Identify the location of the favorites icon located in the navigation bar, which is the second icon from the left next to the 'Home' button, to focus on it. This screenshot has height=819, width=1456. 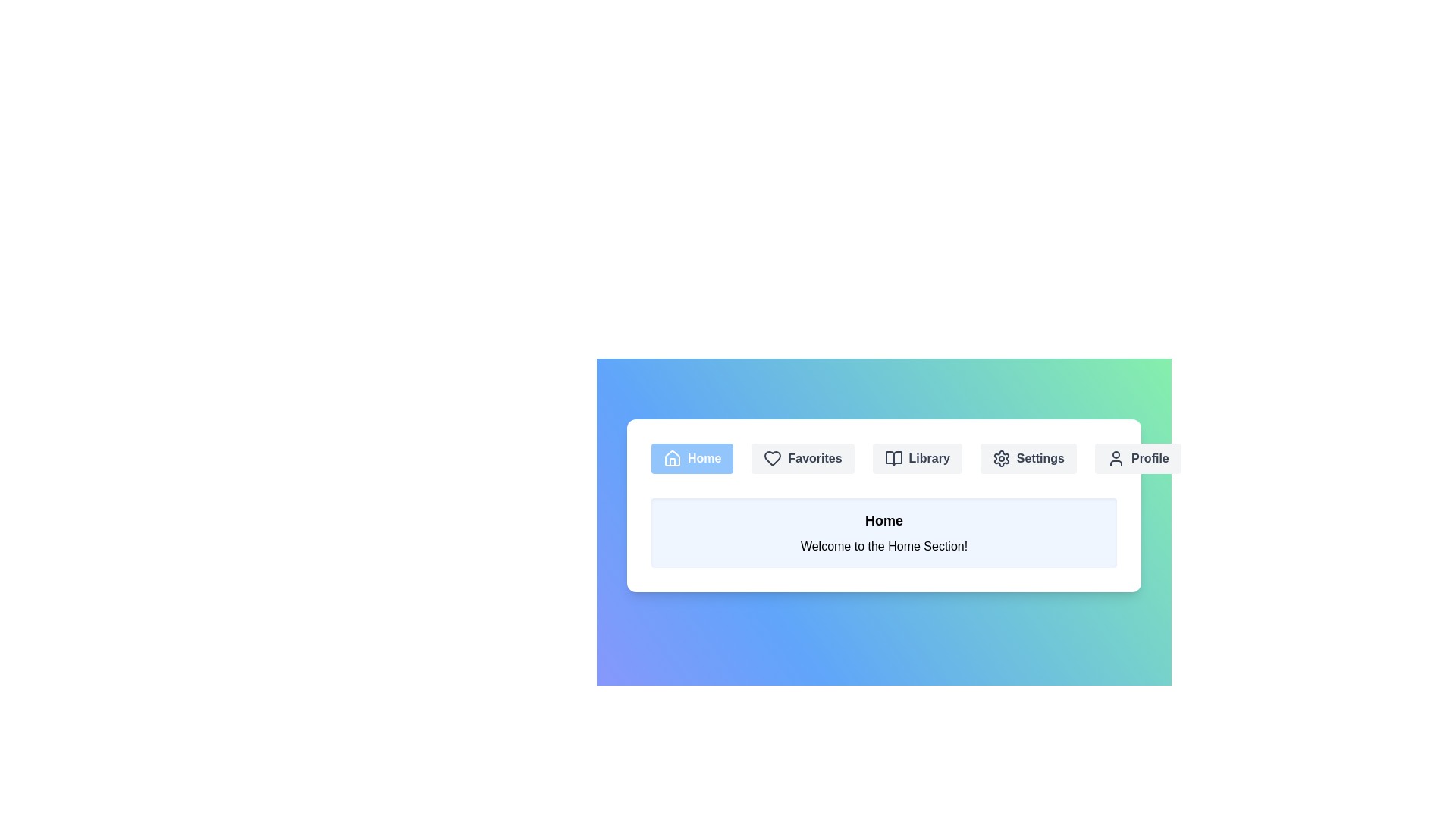
(773, 458).